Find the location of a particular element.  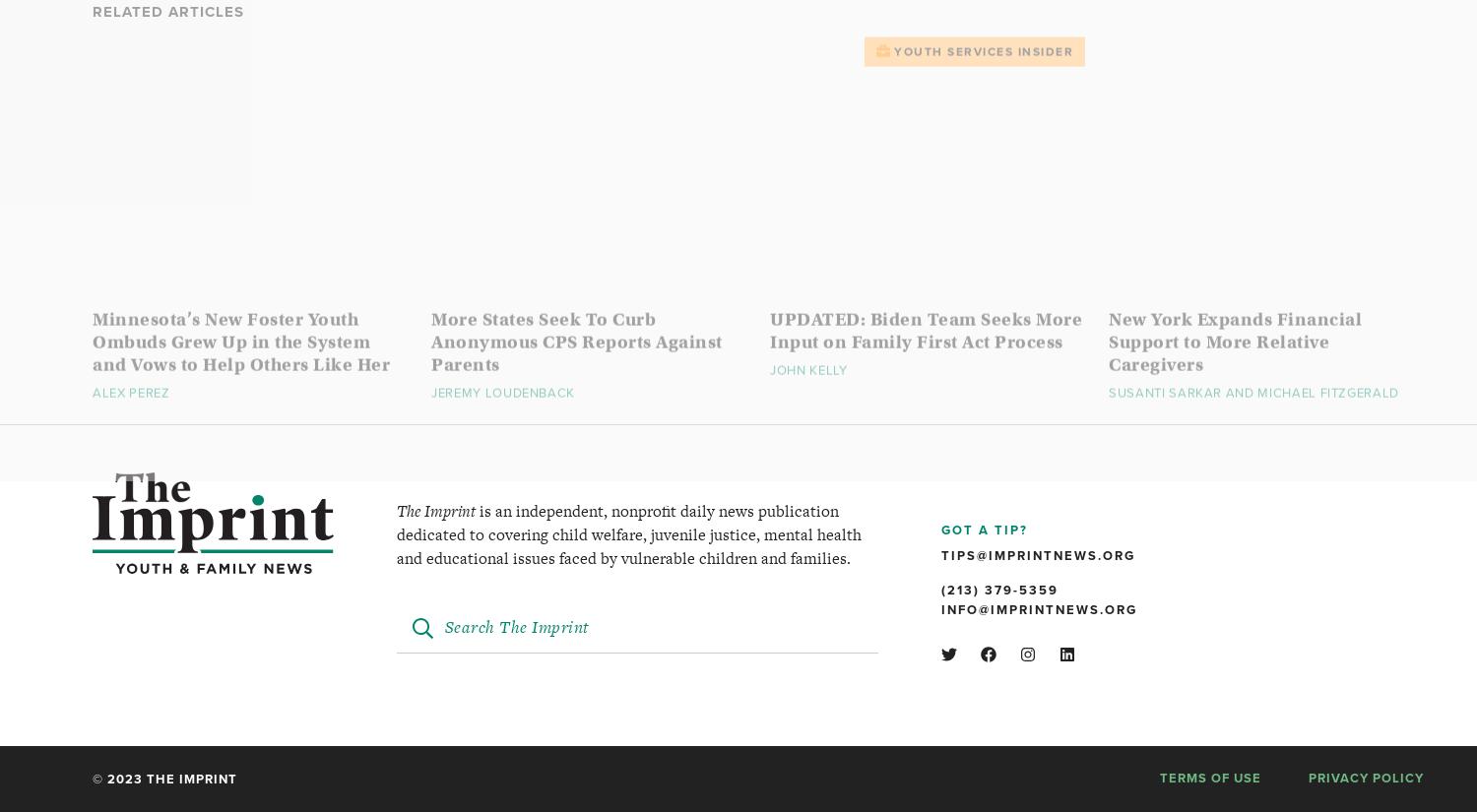

'Jeremy Loudenback' is located at coordinates (431, 433).